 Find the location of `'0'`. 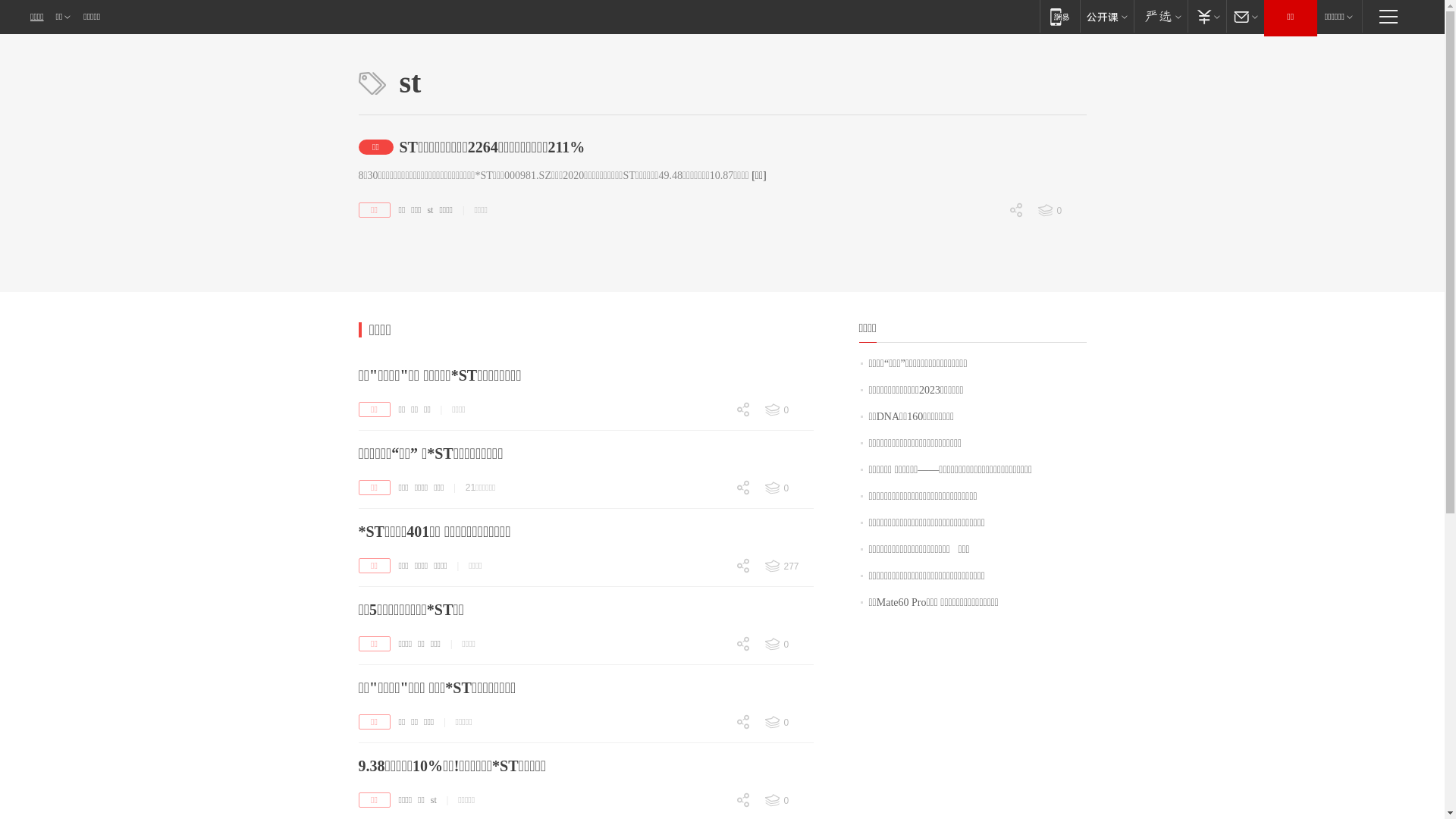

'0' is located at coordinates (712, 489).